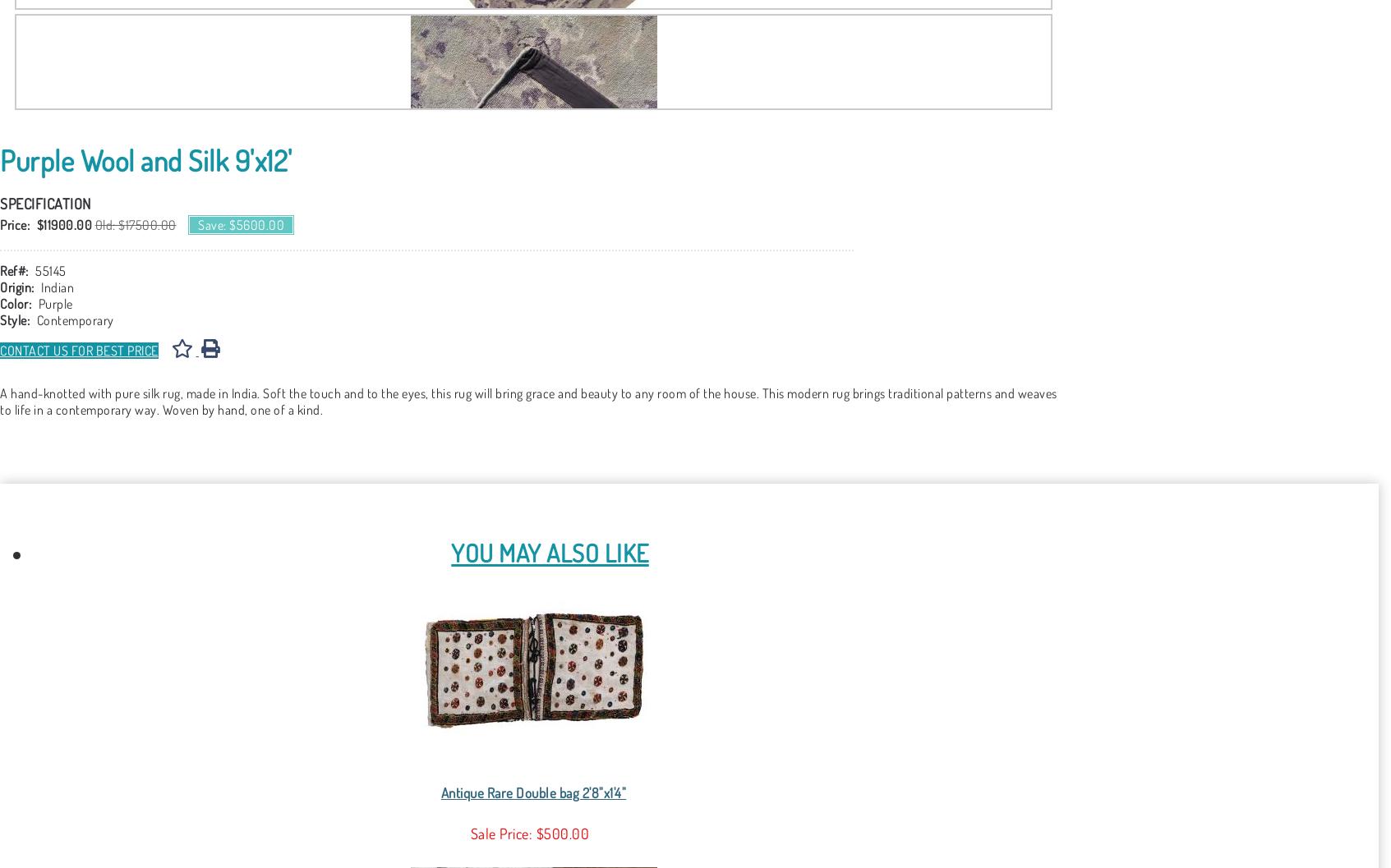 The image size is (1391, 868). Describe the element at coordinates (0, 287) in the screenshot. I see `'Origin:'` at that location.